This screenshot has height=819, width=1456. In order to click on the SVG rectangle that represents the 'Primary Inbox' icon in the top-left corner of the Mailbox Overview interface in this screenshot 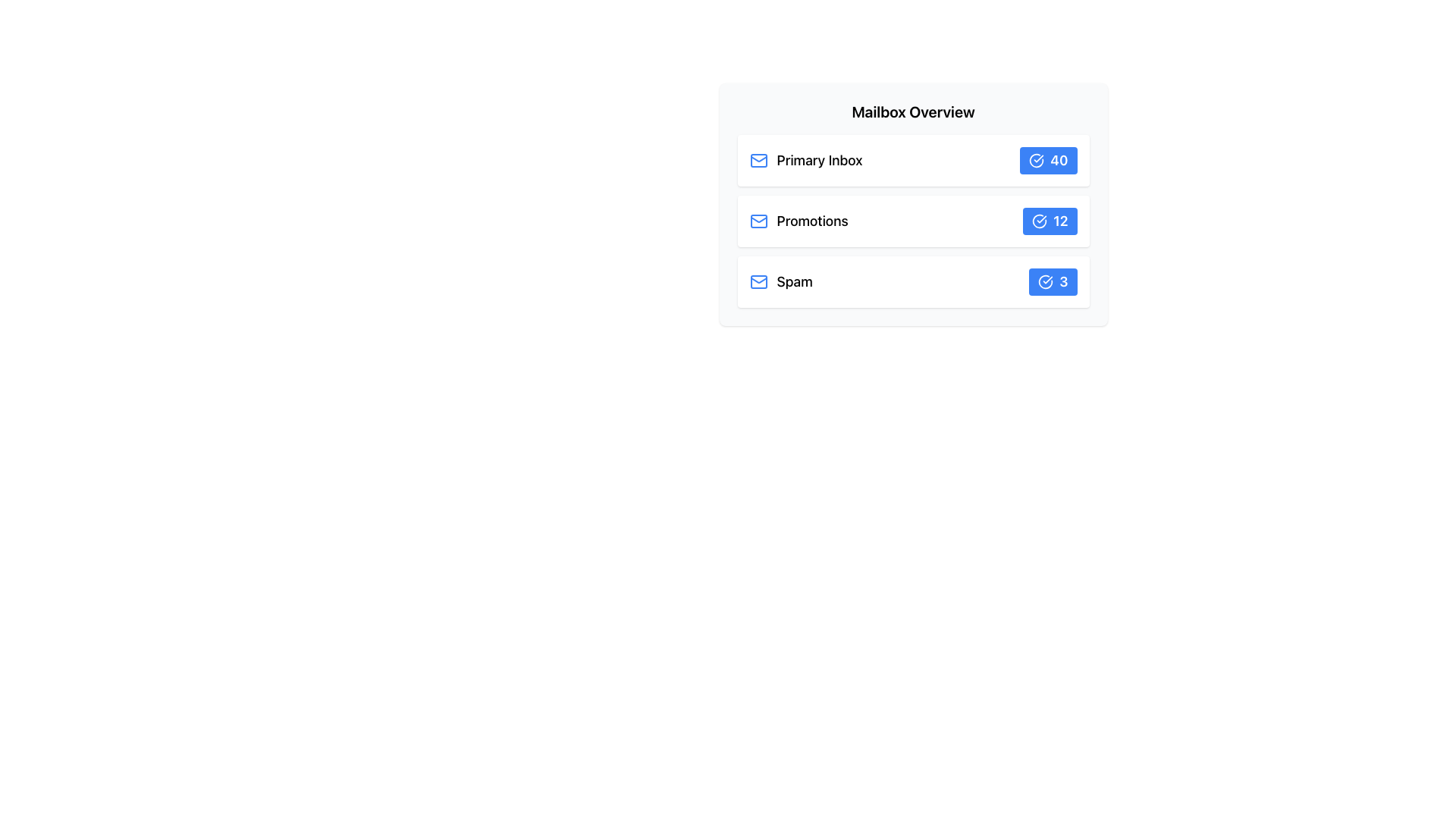, I will do `click(758, 161)`.